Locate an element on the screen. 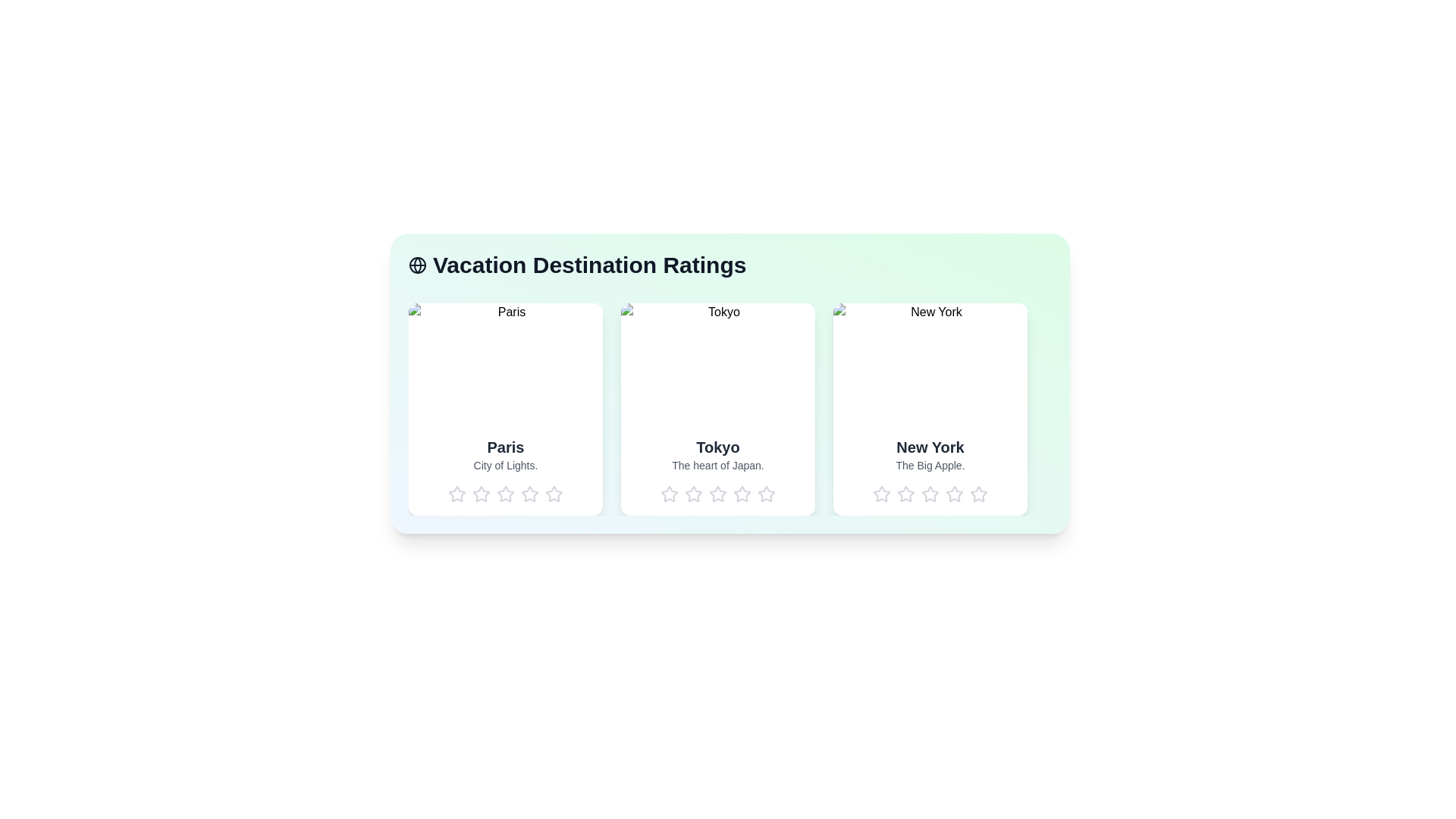 Image resolution: width=1456 pixels, height=819 pixels. the destination card for New York is located at coordinates (930, 409).